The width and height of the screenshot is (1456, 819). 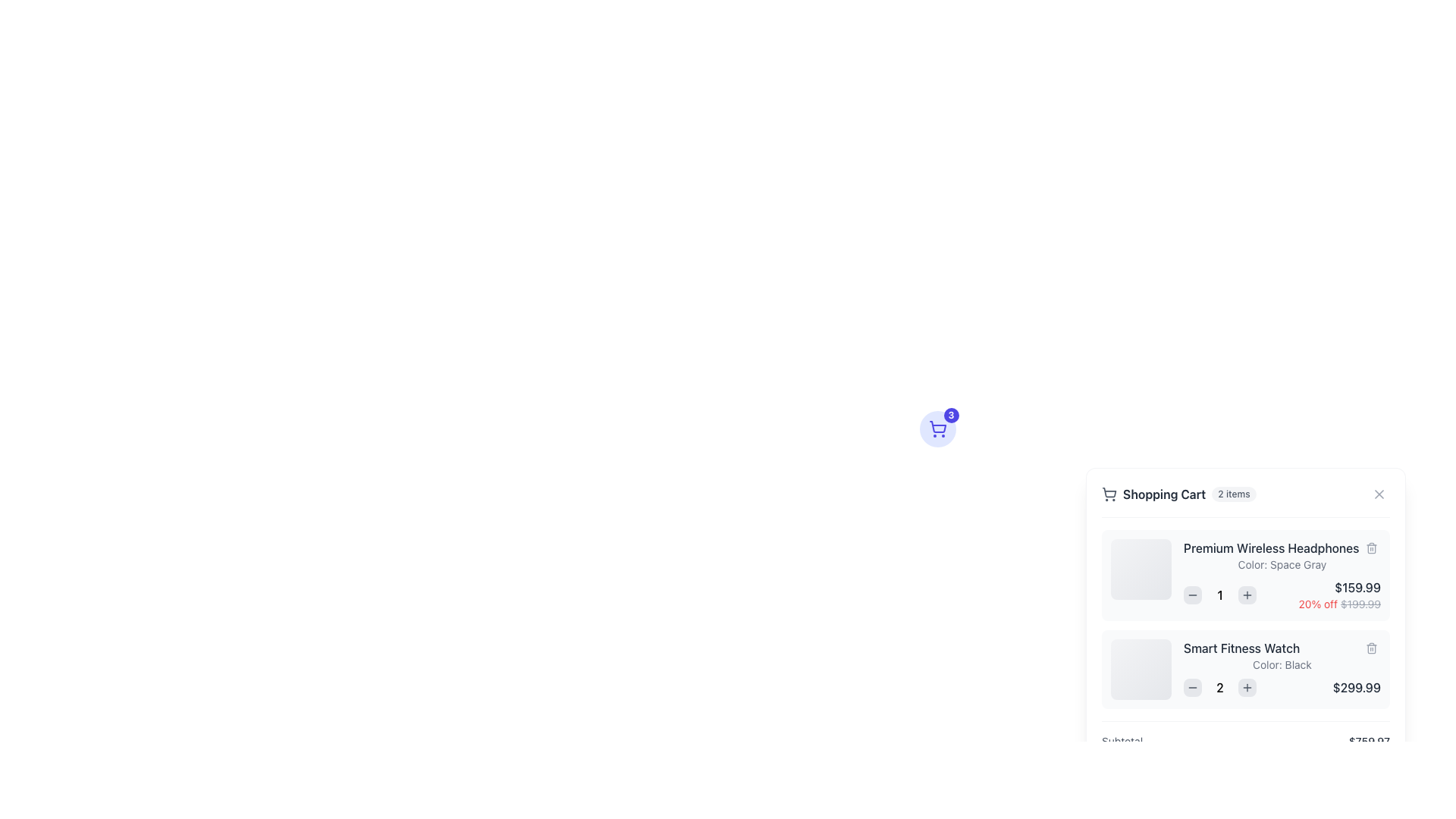 I want to click on the circular shopping cart icon with a badge displaying the number 3, so click(x=937, y=429).